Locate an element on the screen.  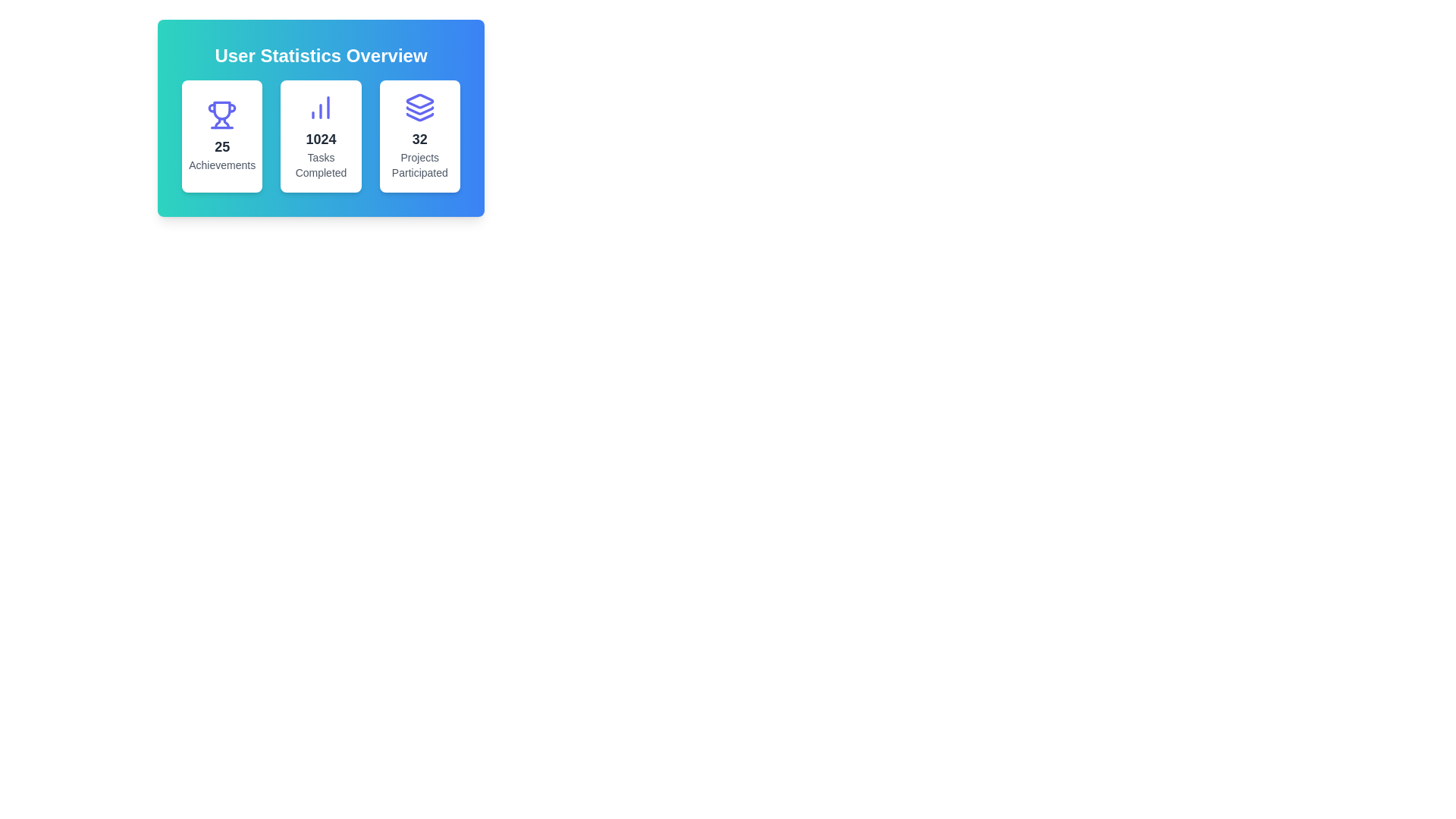
static text label that displays 'User Statistics Overview', which is a large bold text centrally aligned at the top of the card is located at coordinates (320, 55).